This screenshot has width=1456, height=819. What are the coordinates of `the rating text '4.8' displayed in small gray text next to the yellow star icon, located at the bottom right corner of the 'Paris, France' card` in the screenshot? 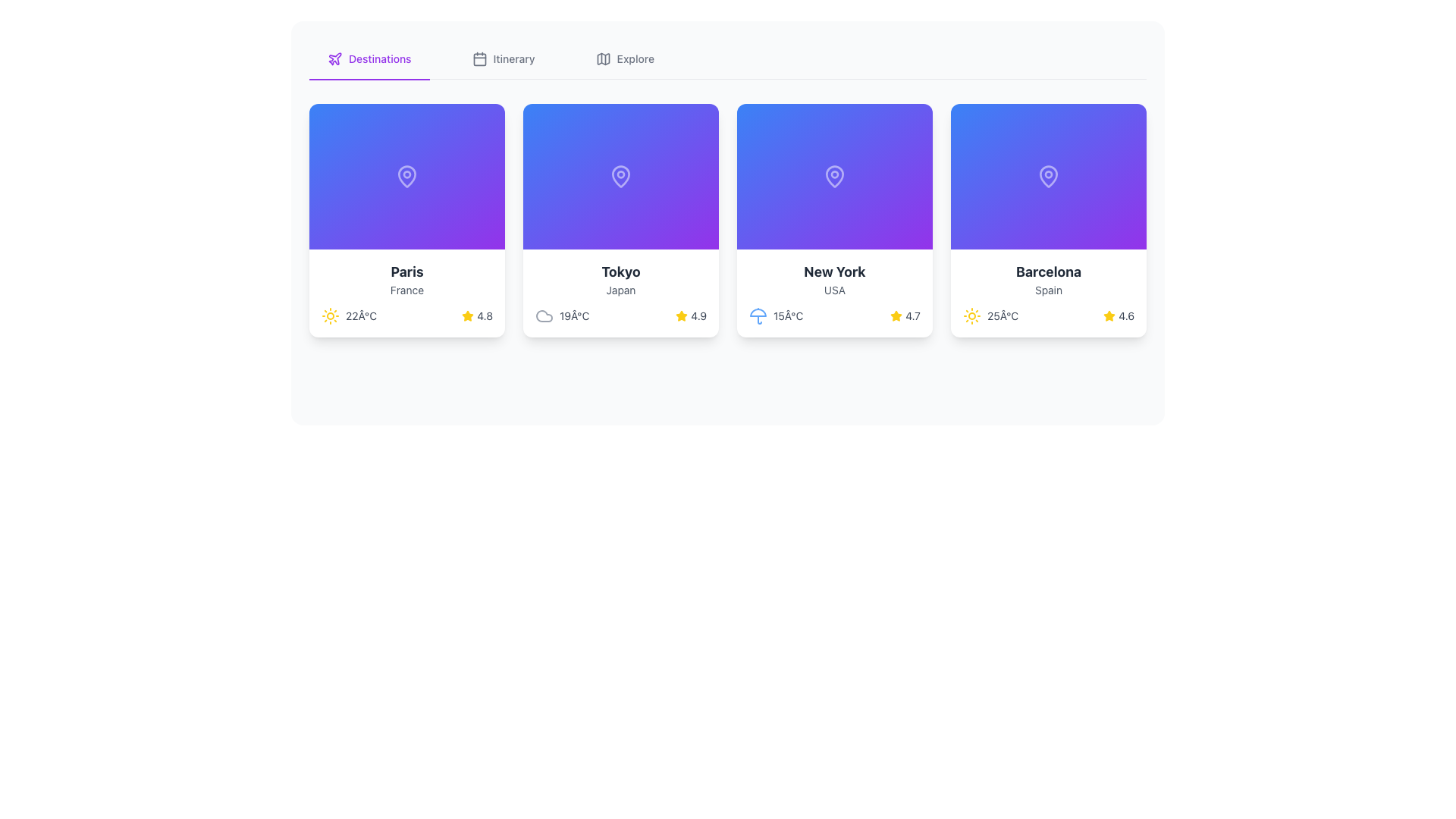 It's located at (484, 315).